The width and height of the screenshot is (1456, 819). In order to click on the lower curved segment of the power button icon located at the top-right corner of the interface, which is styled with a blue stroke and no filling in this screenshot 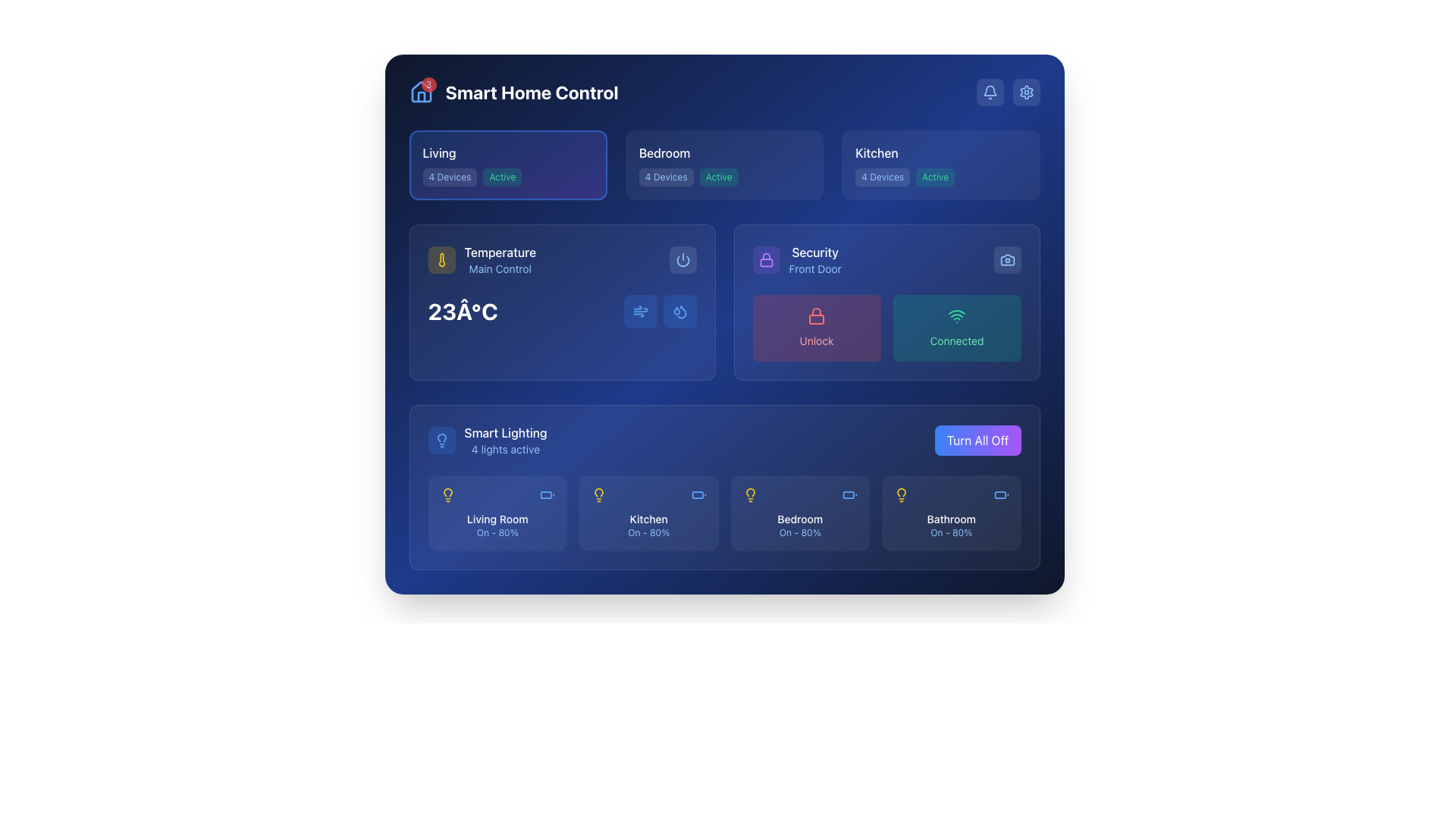, I will do `click(682, 260)`.